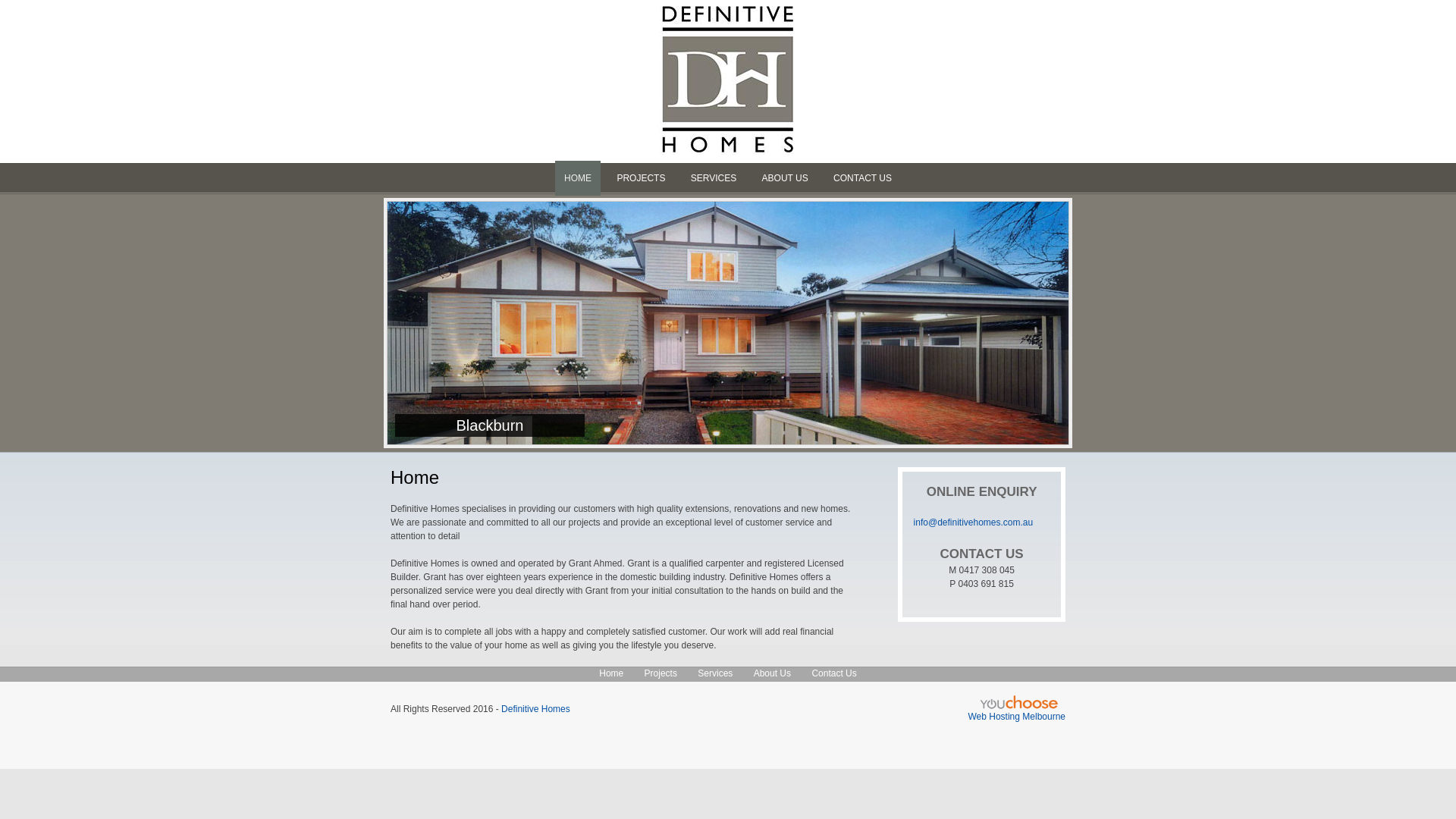 The width and height of the screenshot is (1456, 819). I want to click on 'Web Hosting Melbourne', so click(1016, 717).